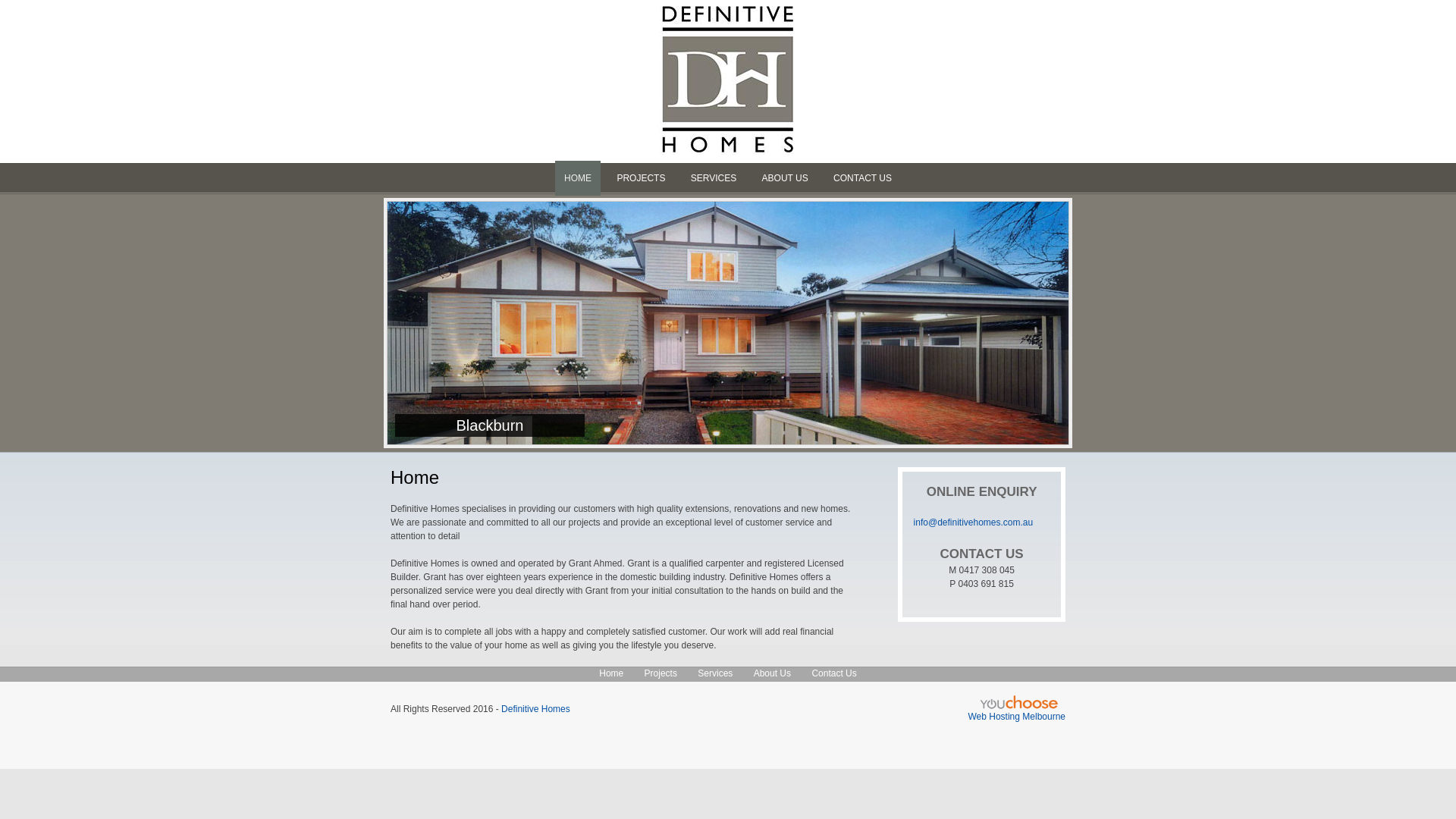 The width and height of the screenshot is (1456, 819). I want to click on 'Web Hosting Melbourne', so click(1016, 717).